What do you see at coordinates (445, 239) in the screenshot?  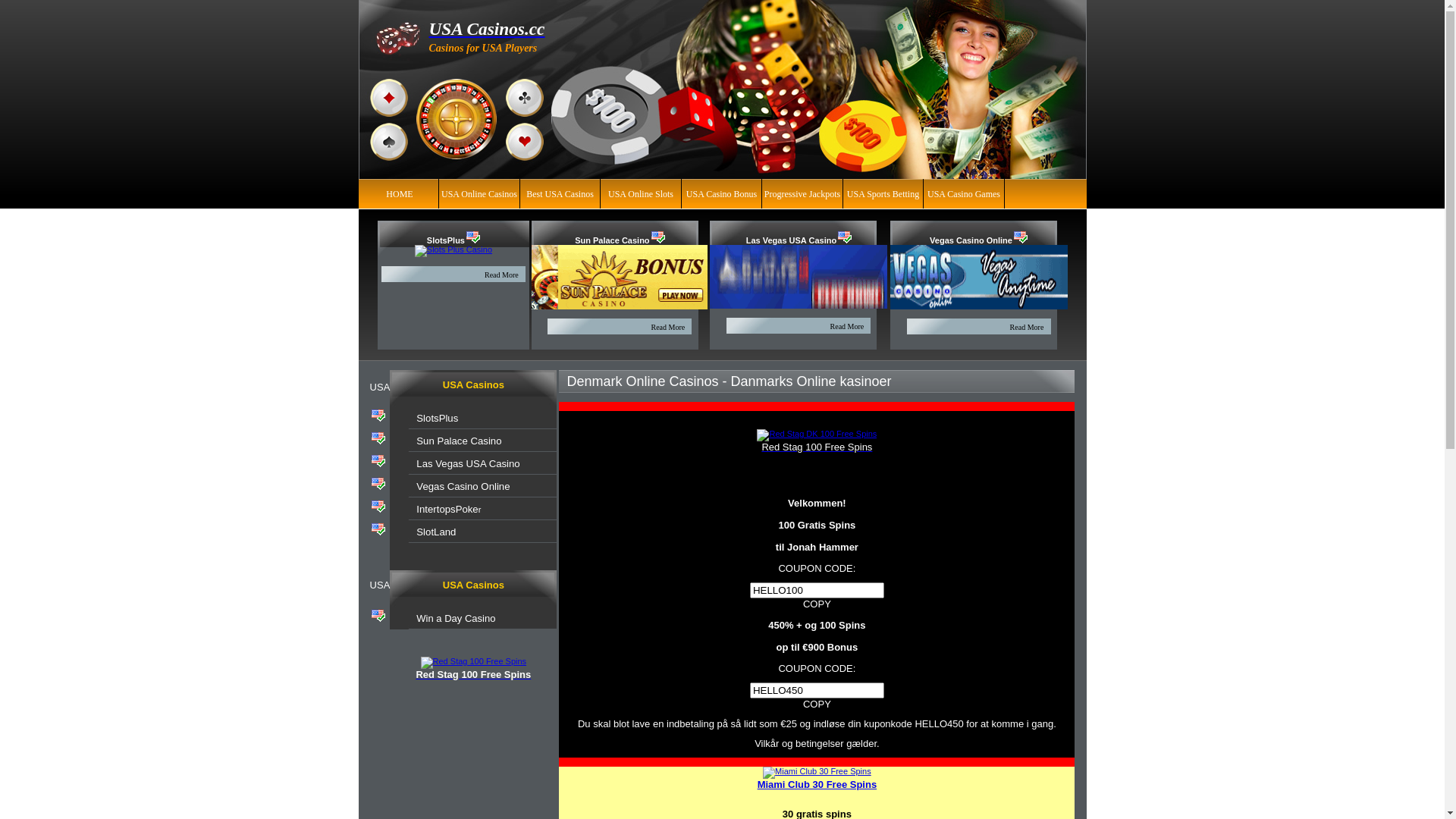 I see `'SlotsPlus'` at bounding box center [445, 239].